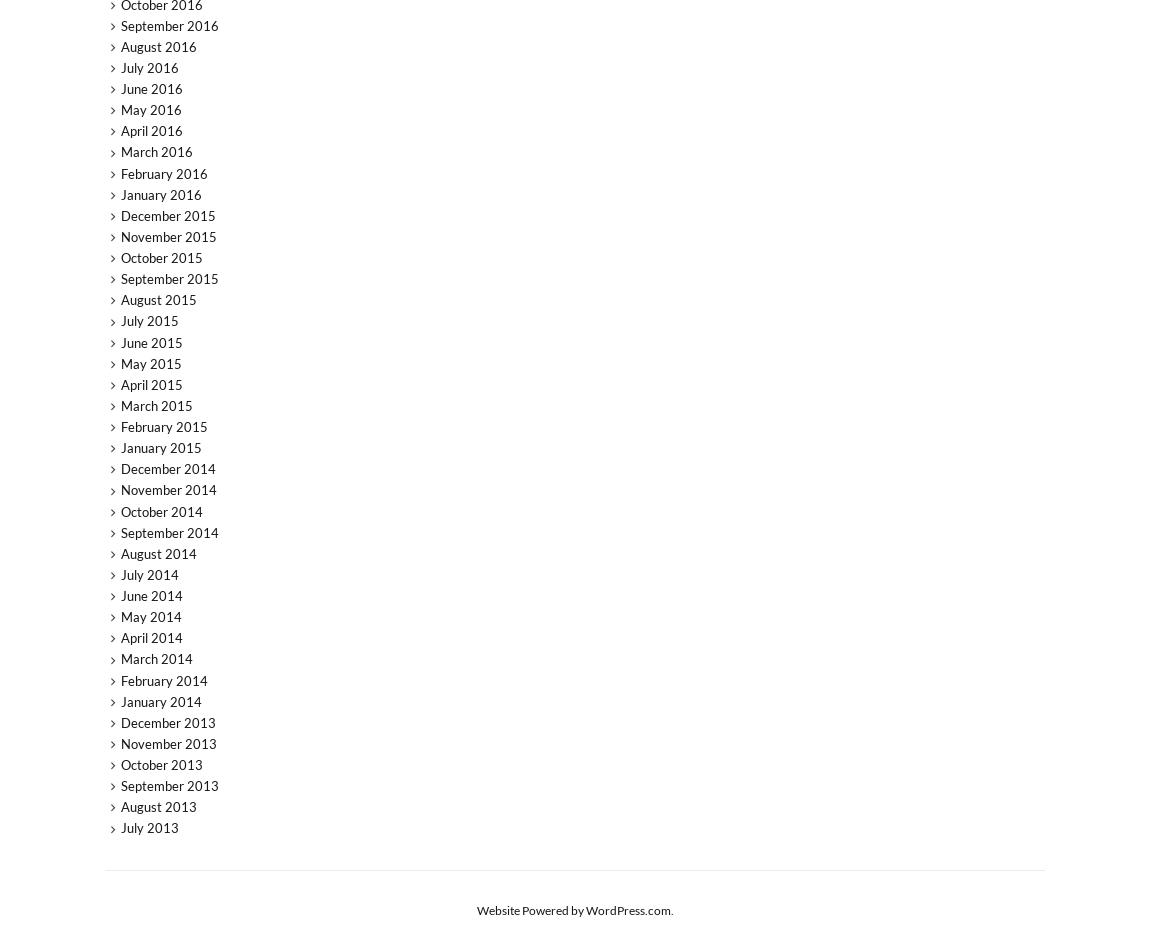 The width and height of the screenshot is (1150, 949). Describe the element at coordinates (118, 426) in the screenshot. I see `'February 2015'` at that location.